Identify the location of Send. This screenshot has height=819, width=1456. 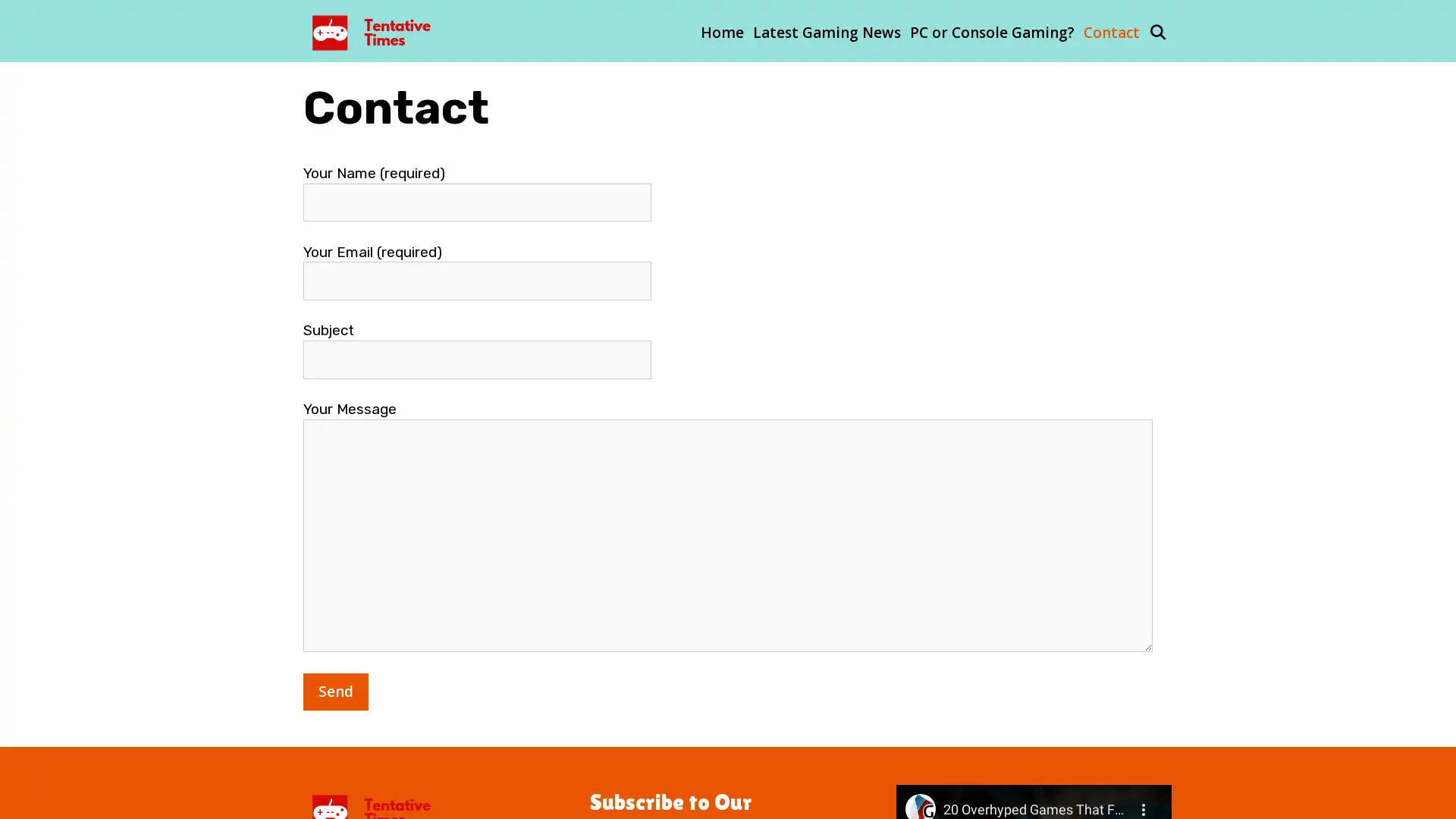
(334, 691).